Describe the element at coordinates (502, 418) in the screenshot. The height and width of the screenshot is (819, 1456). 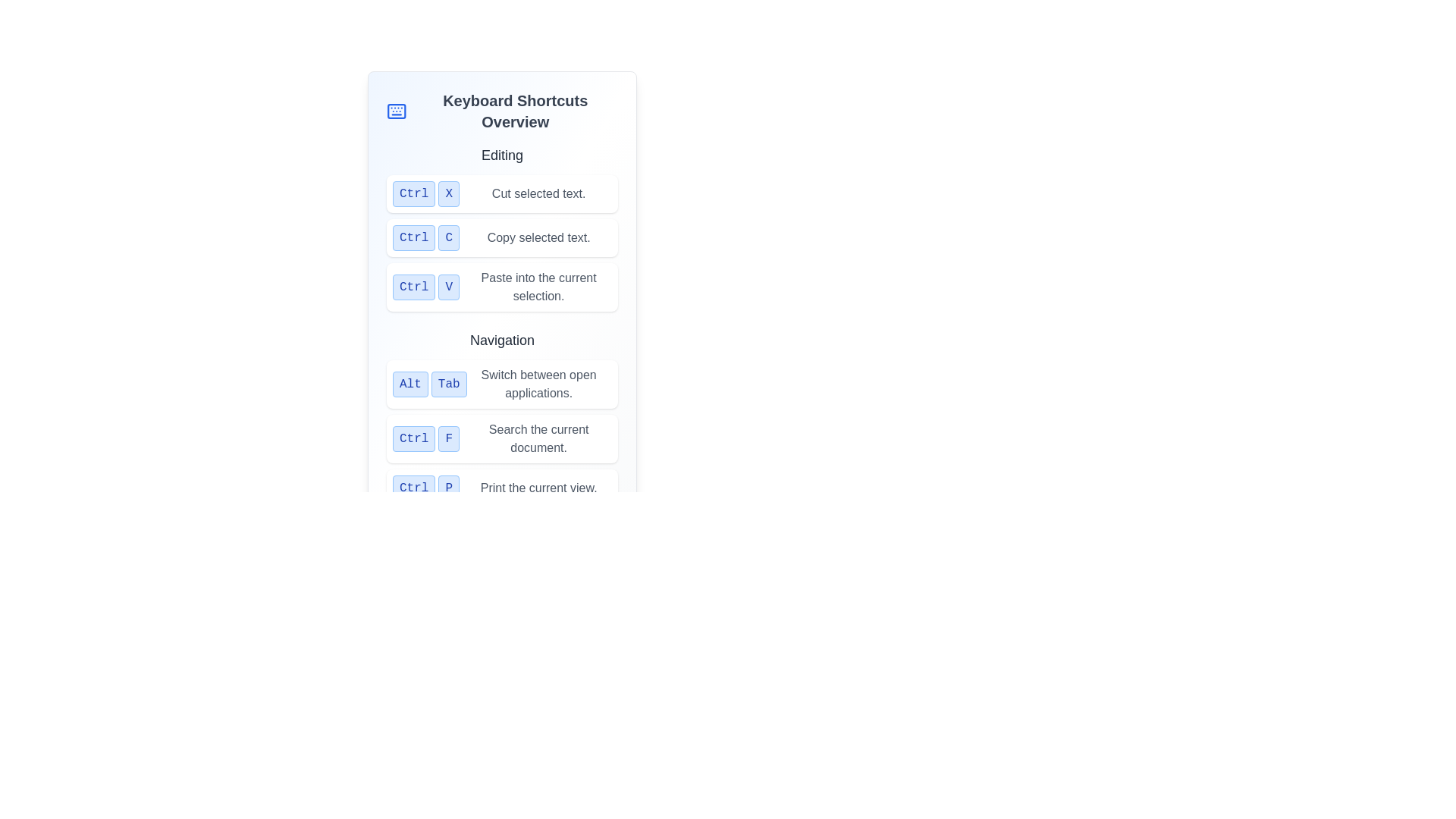
I see `the individual shortcut descriptions within the Instructional panel located in the 'Navigation' section of the Keyboard Shortcuts Overview` at that location.